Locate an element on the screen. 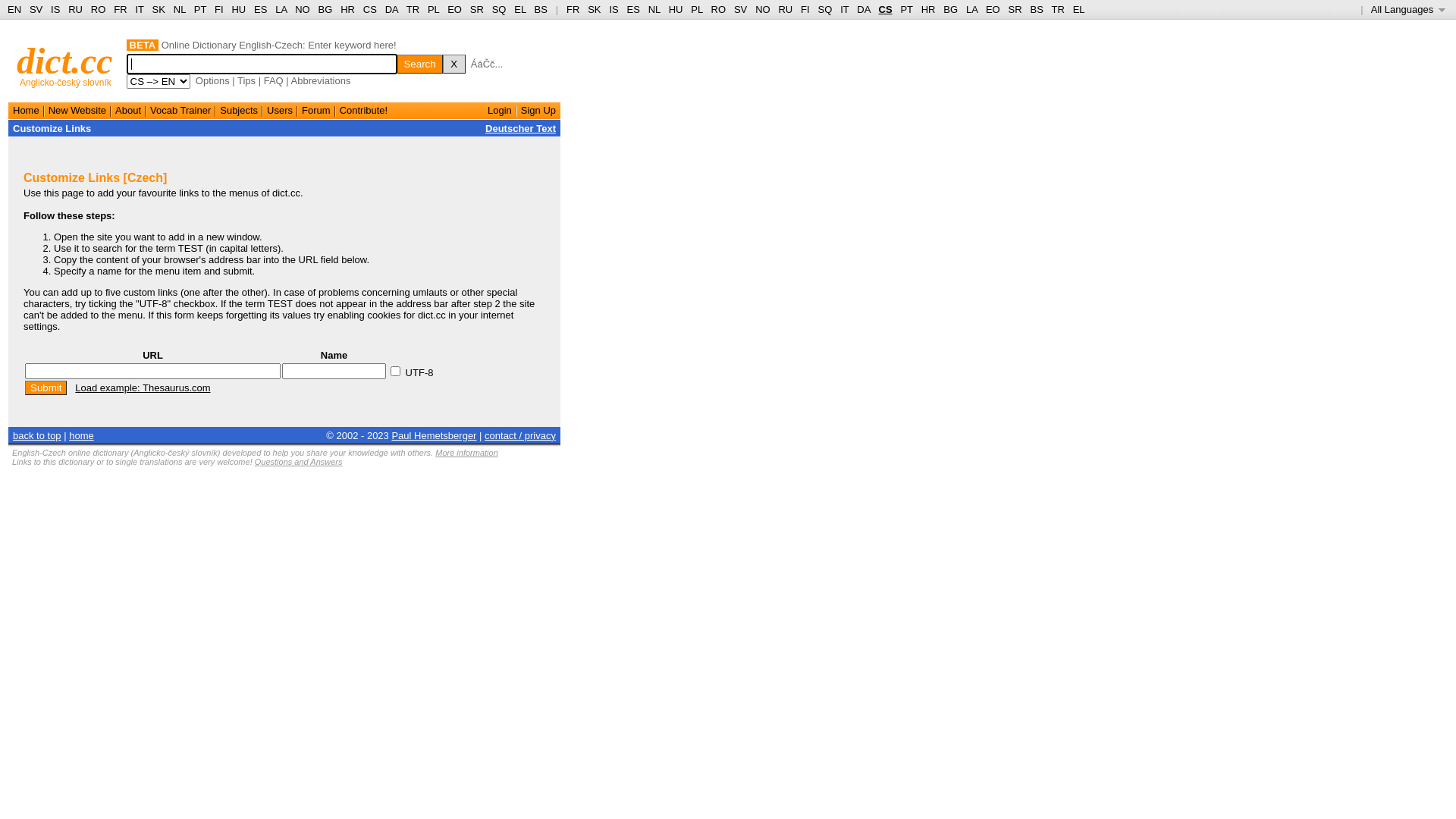 The image size is (1456, 819). 'BG' is located at coordinates (942, 9).